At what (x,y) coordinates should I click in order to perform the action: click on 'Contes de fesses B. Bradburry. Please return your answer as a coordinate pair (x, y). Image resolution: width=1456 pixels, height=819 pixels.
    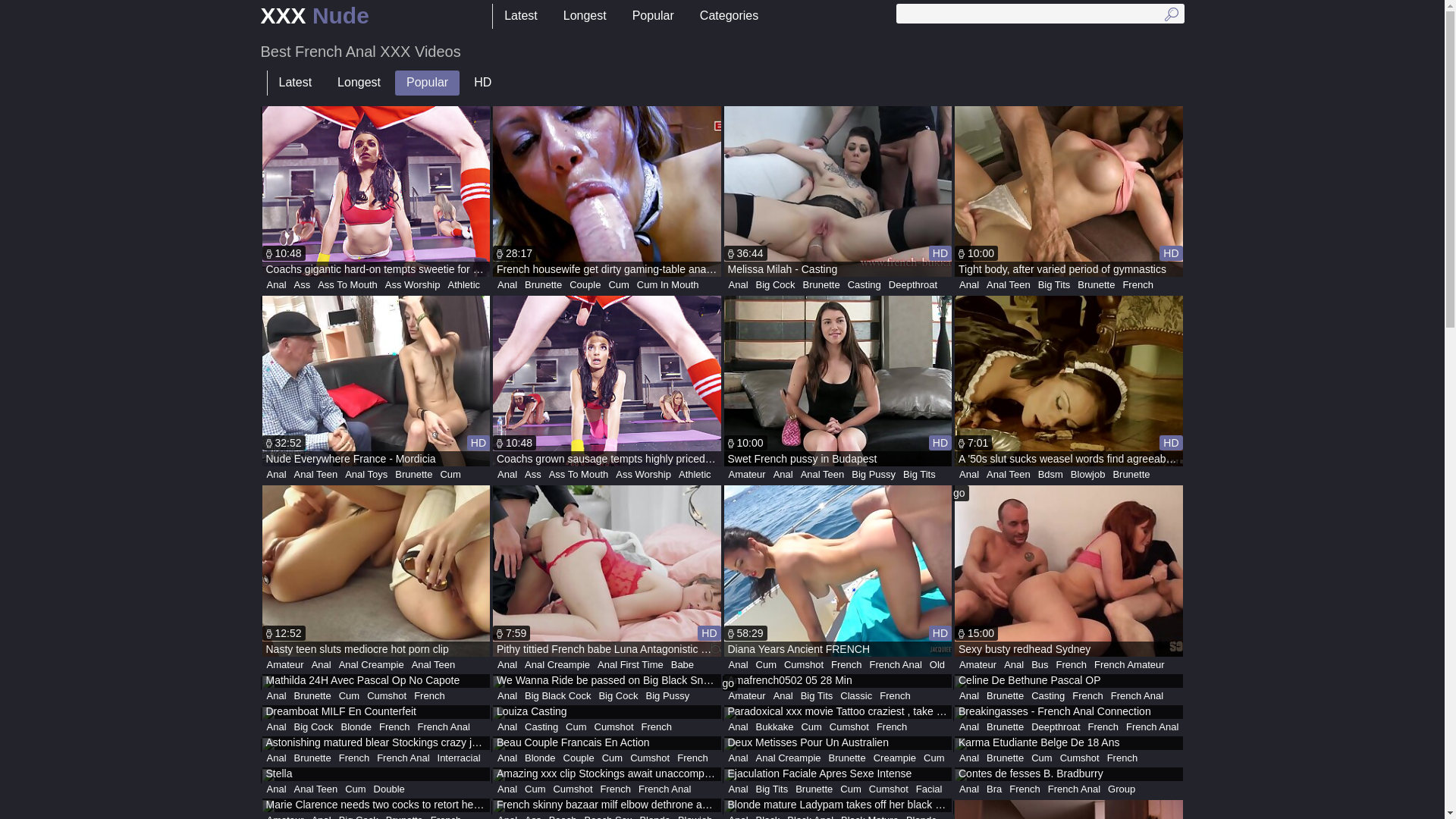
    Looking at the image, I should click on (1068, 775).